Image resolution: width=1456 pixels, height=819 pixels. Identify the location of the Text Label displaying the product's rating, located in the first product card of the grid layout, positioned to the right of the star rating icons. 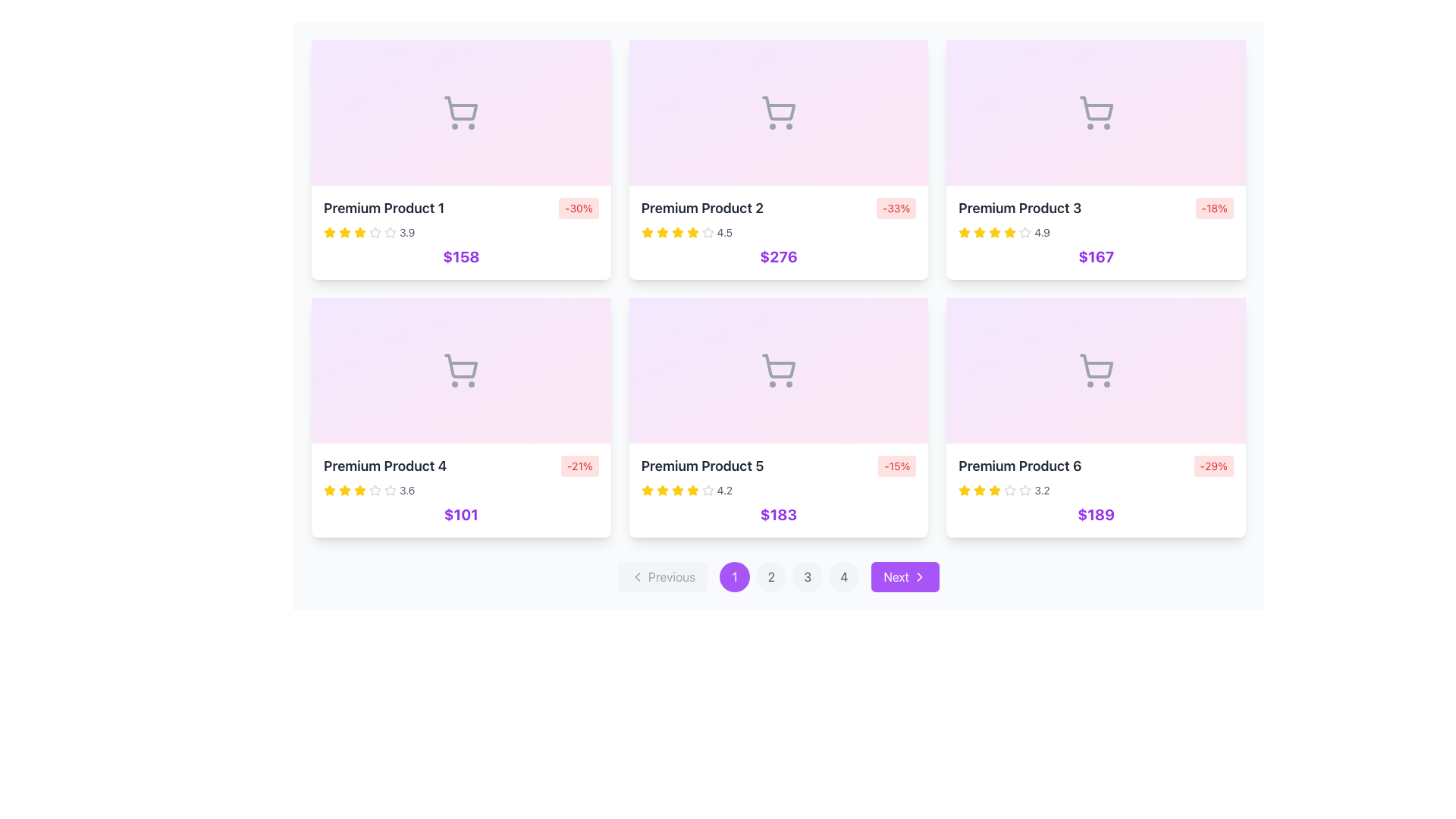
(407, 233).